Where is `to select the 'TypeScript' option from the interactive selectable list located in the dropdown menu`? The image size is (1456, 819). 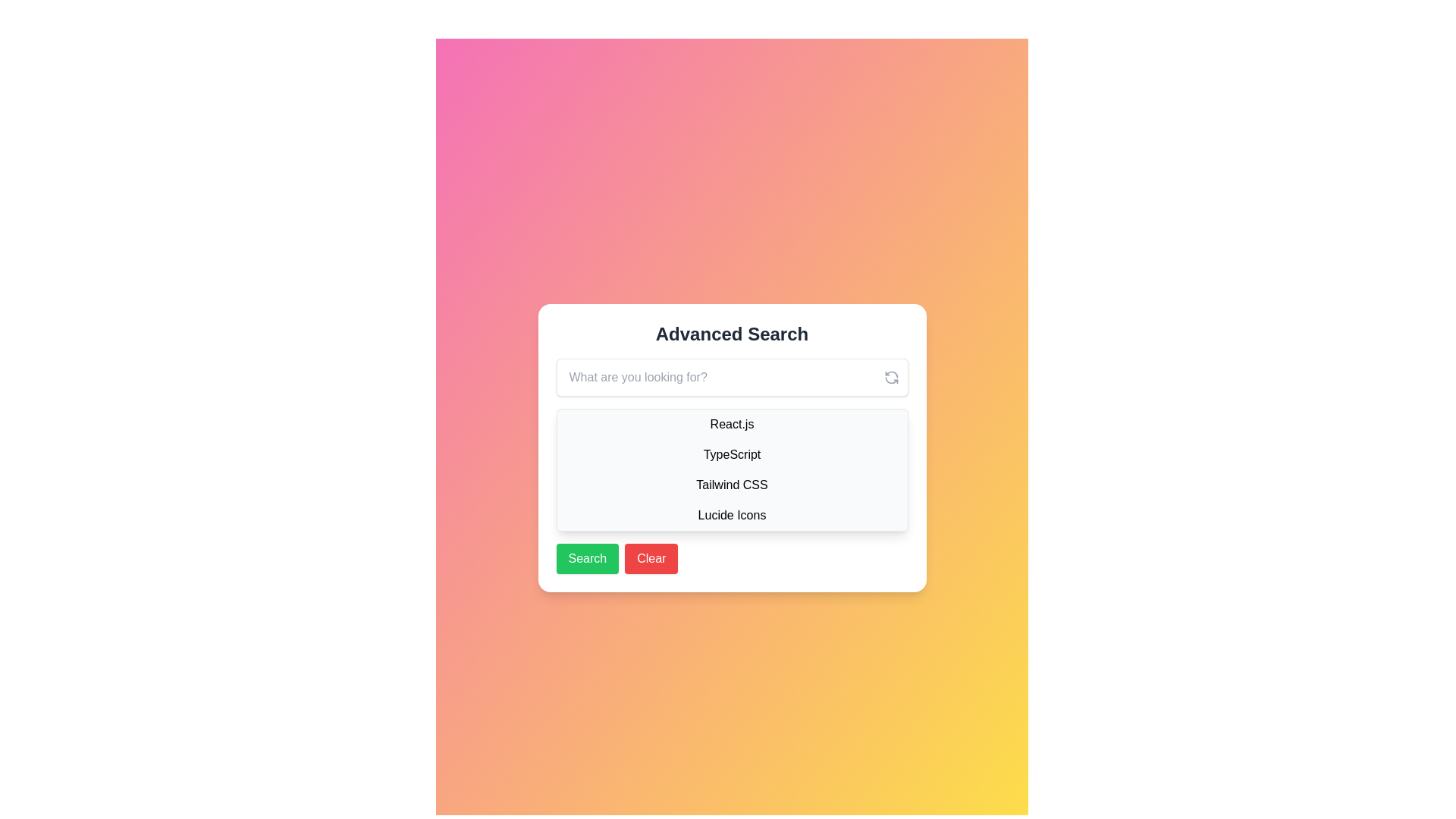 to select the 'TypeScript' option from the interactive selectable list located in the dropdown menu is located at coordinates (732, 454).